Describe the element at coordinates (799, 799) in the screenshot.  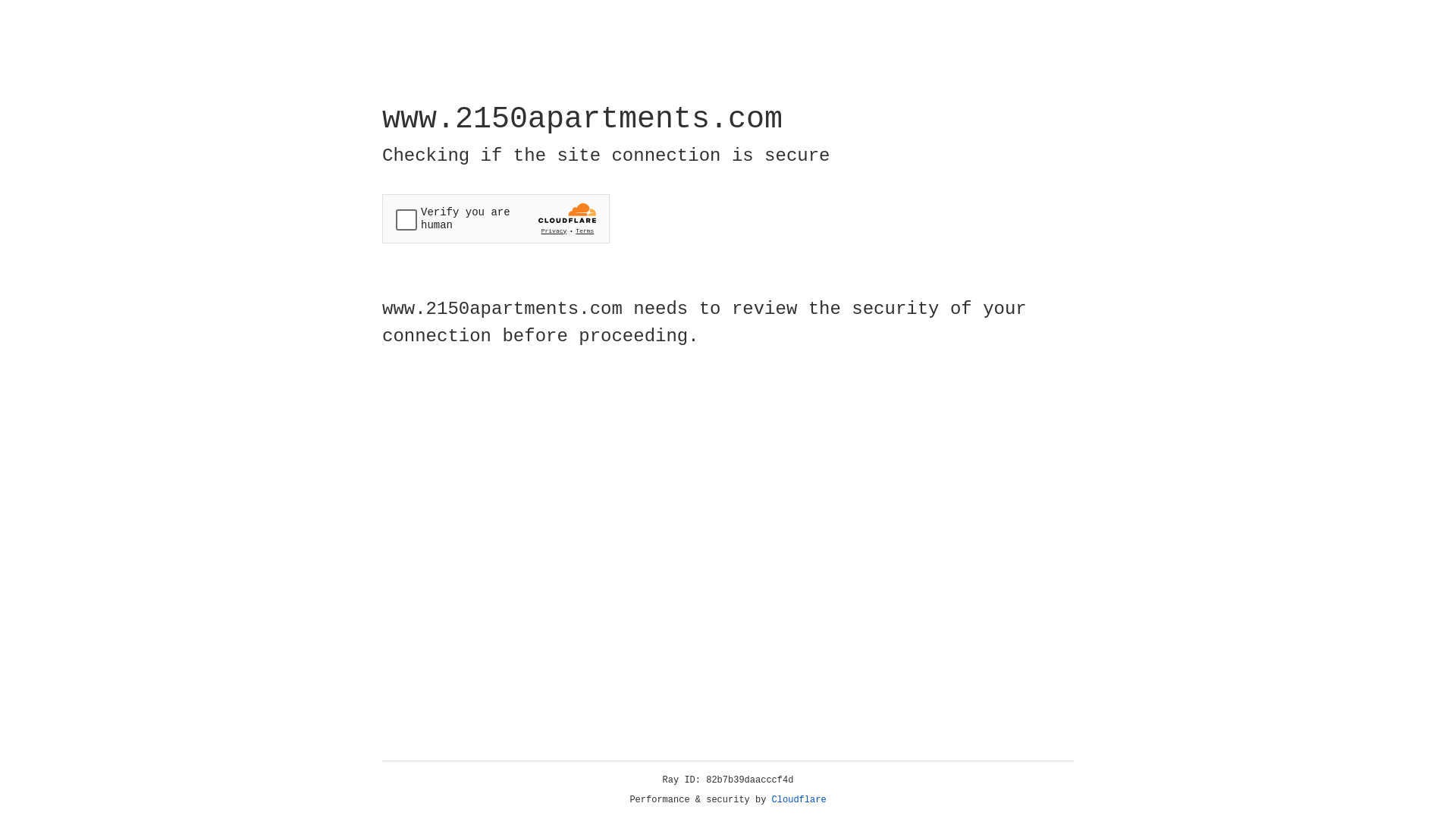
I see `'Cloudflare'` at that location.